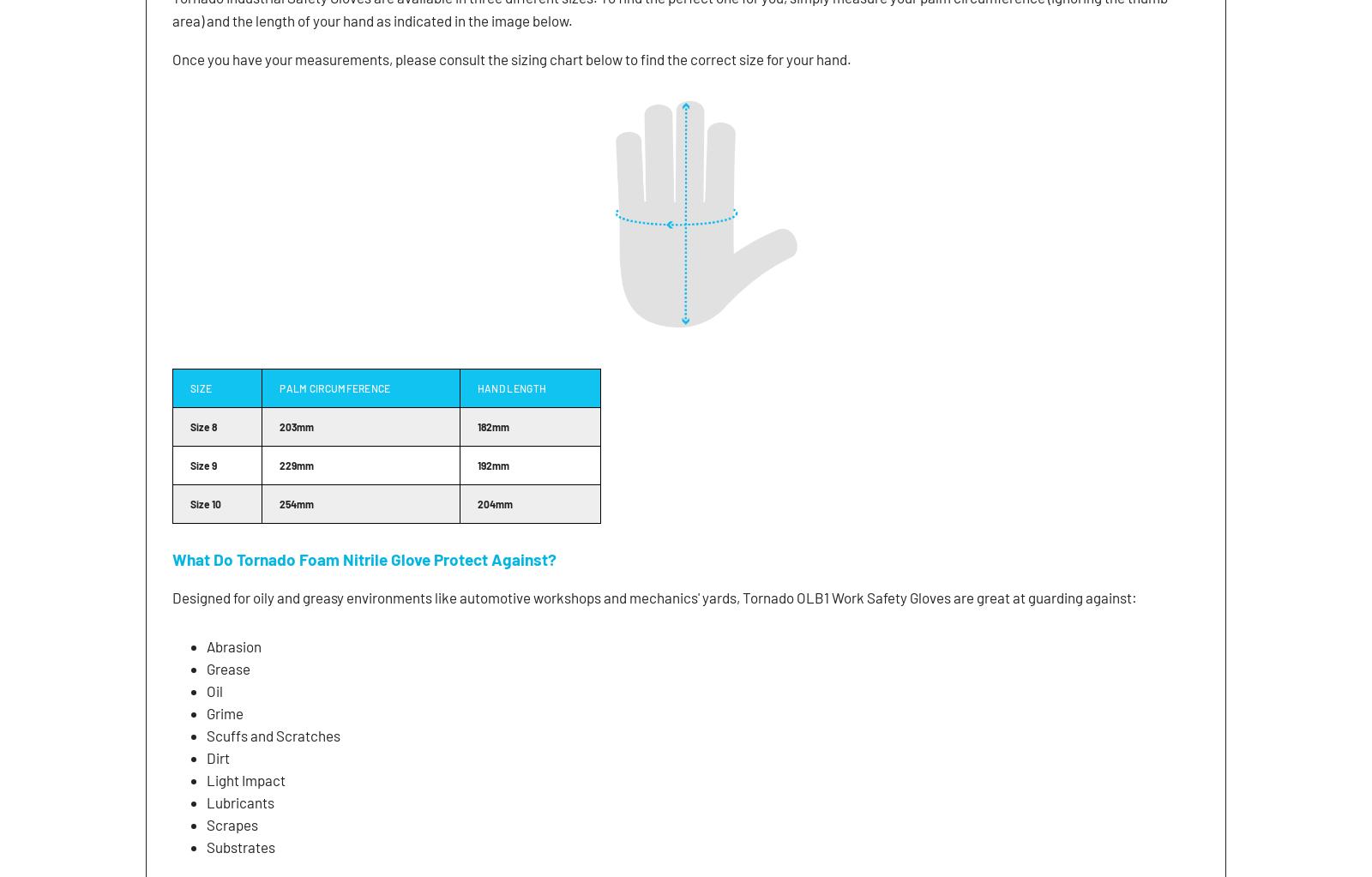 This screenshot has width=1372, height=877. Describe the element at coordinates (296, 425) in the screenshot. I see `'203mm'` at that location.